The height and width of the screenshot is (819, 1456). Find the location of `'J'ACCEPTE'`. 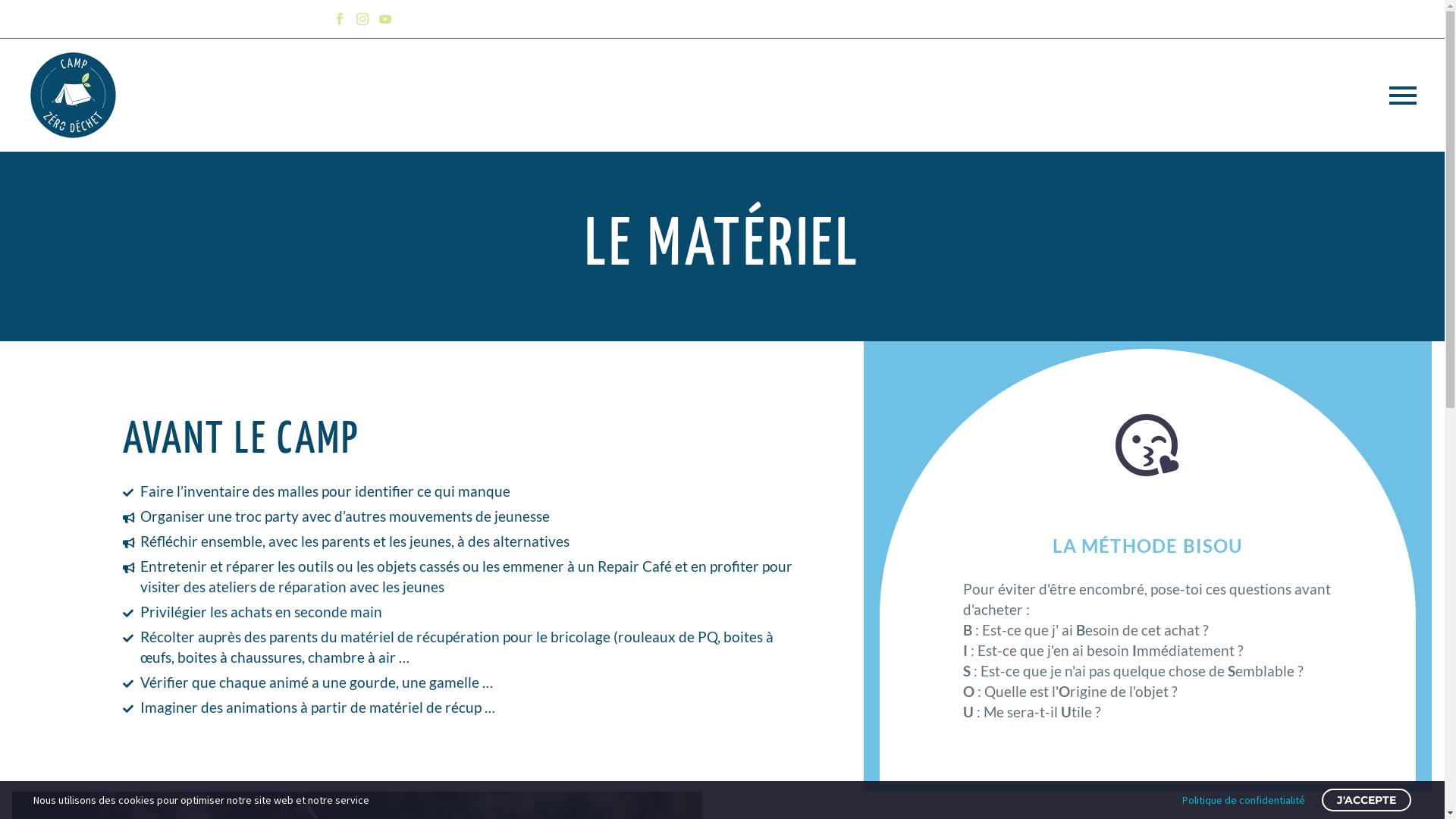

'J'ACCEPTE' is located at coordinates (1366, 799).